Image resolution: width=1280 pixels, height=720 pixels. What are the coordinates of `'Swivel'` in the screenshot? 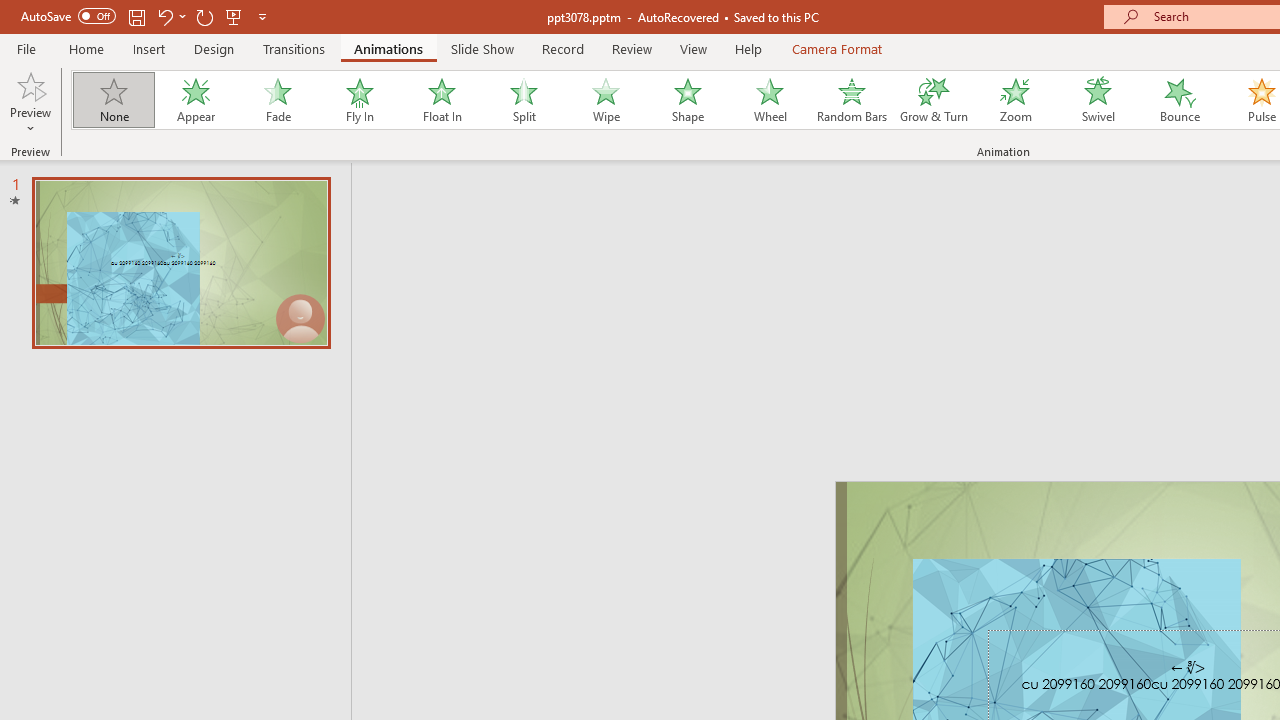 It's located at (1097, 100).